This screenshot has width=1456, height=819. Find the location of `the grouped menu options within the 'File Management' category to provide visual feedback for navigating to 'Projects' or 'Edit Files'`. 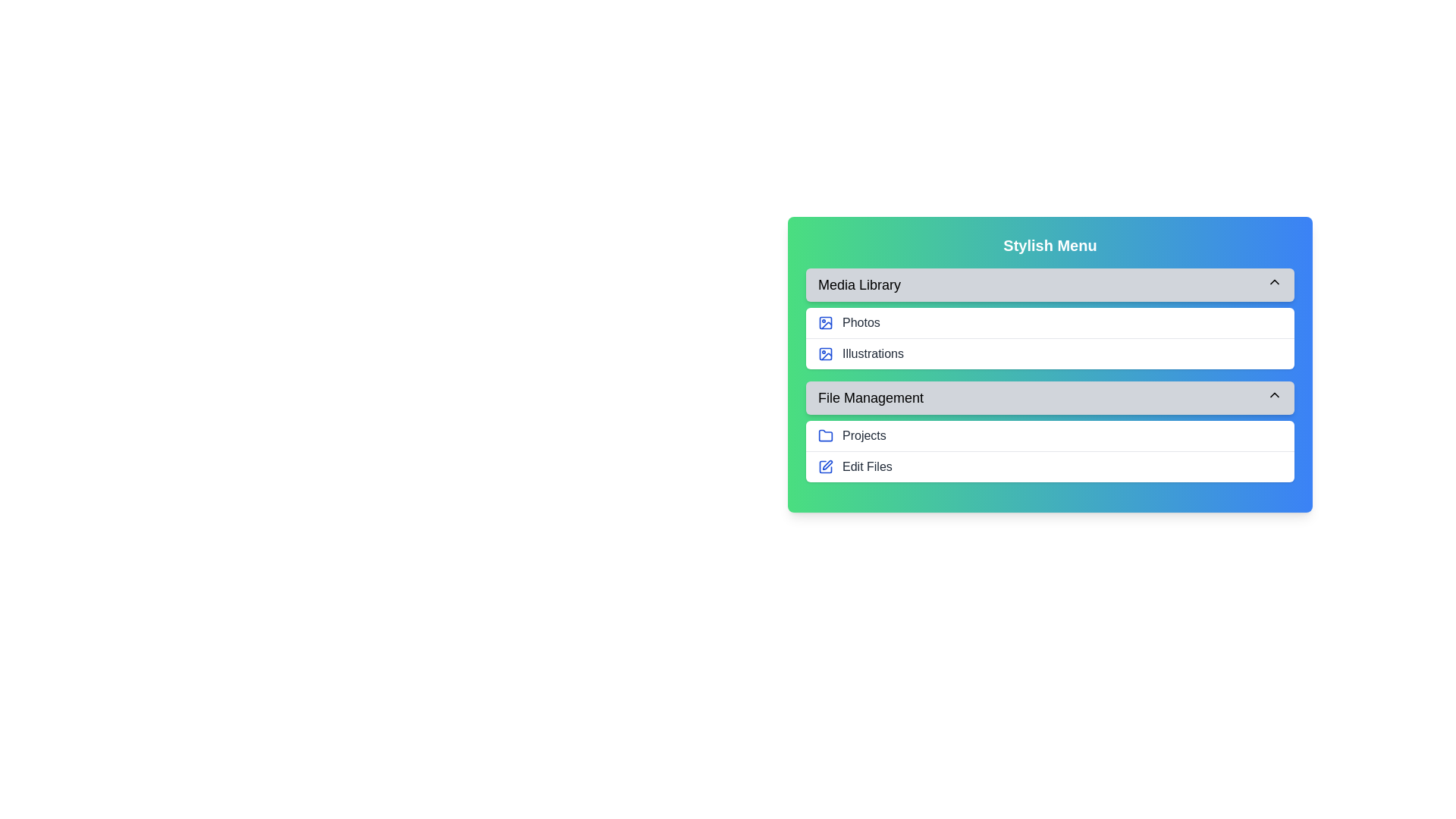

the grouped menu options within the 'File Management' category to provide visual feedback for navigating to 'Projects' or 'Edit Files' is located at coordinates (1050, 450).